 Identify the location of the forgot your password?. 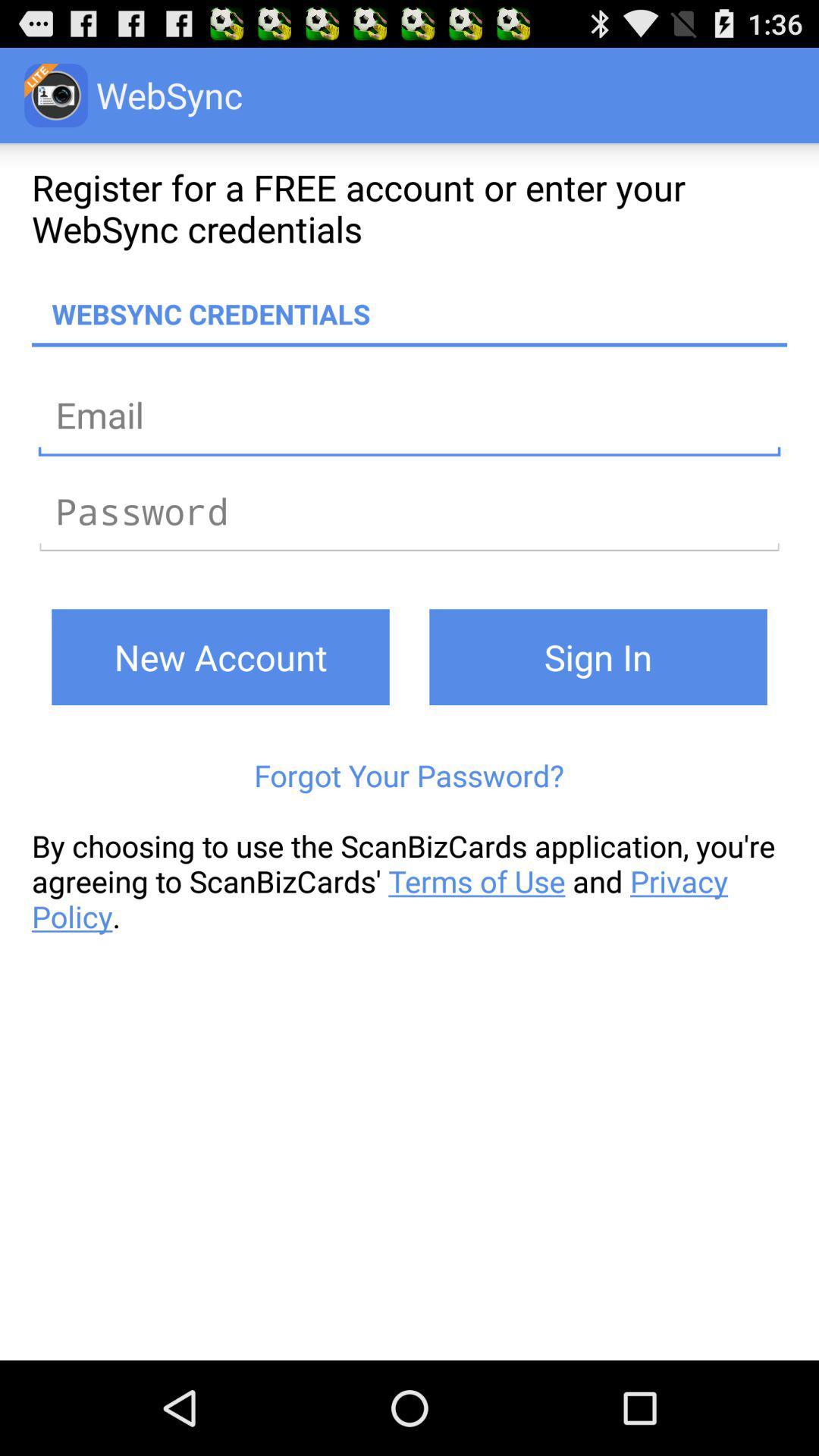
(408, 775).